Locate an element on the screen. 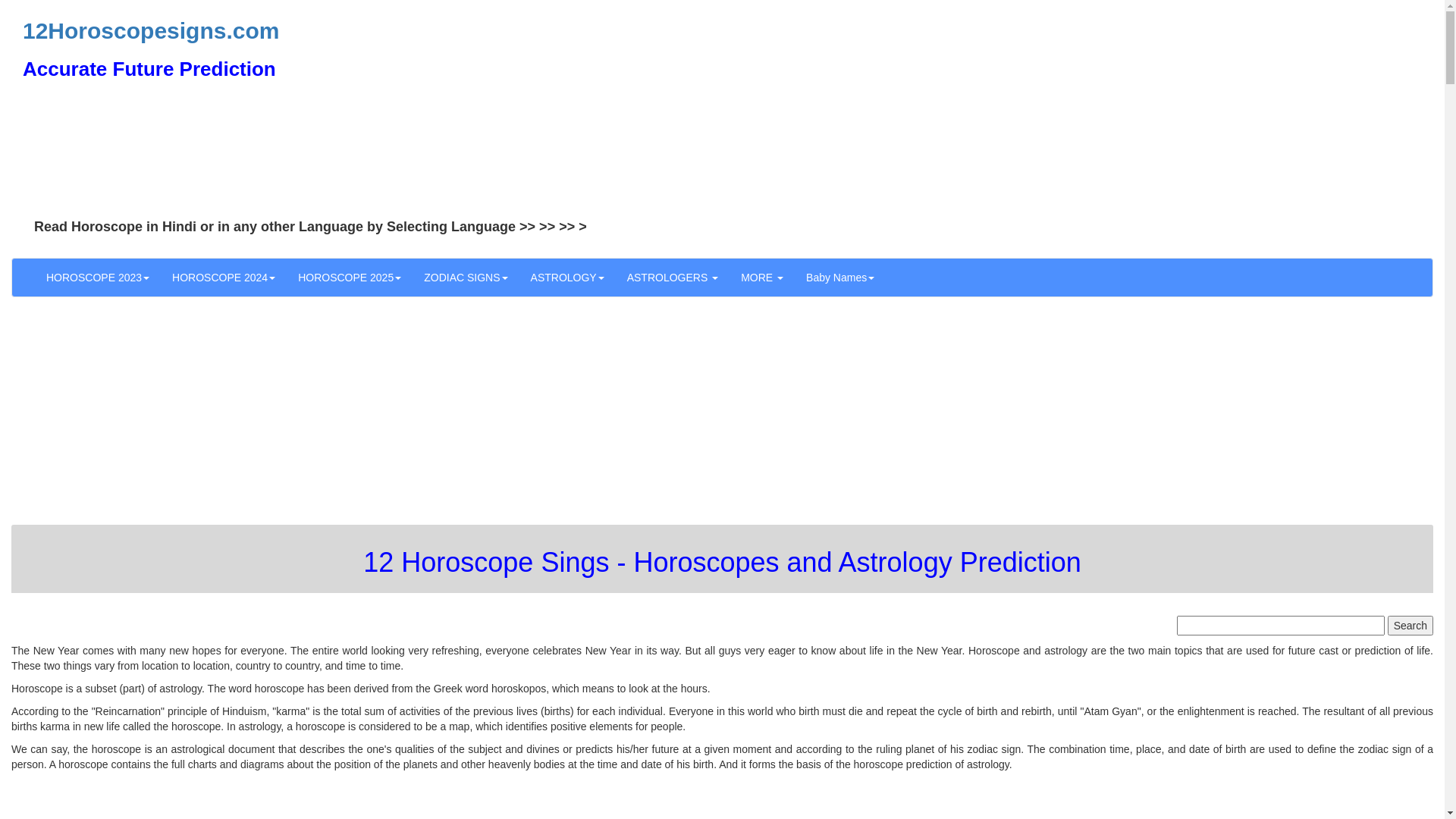 The image size is (1456, 819). 'HOROSCOPE 2023' is located at coordinates (97, 278).